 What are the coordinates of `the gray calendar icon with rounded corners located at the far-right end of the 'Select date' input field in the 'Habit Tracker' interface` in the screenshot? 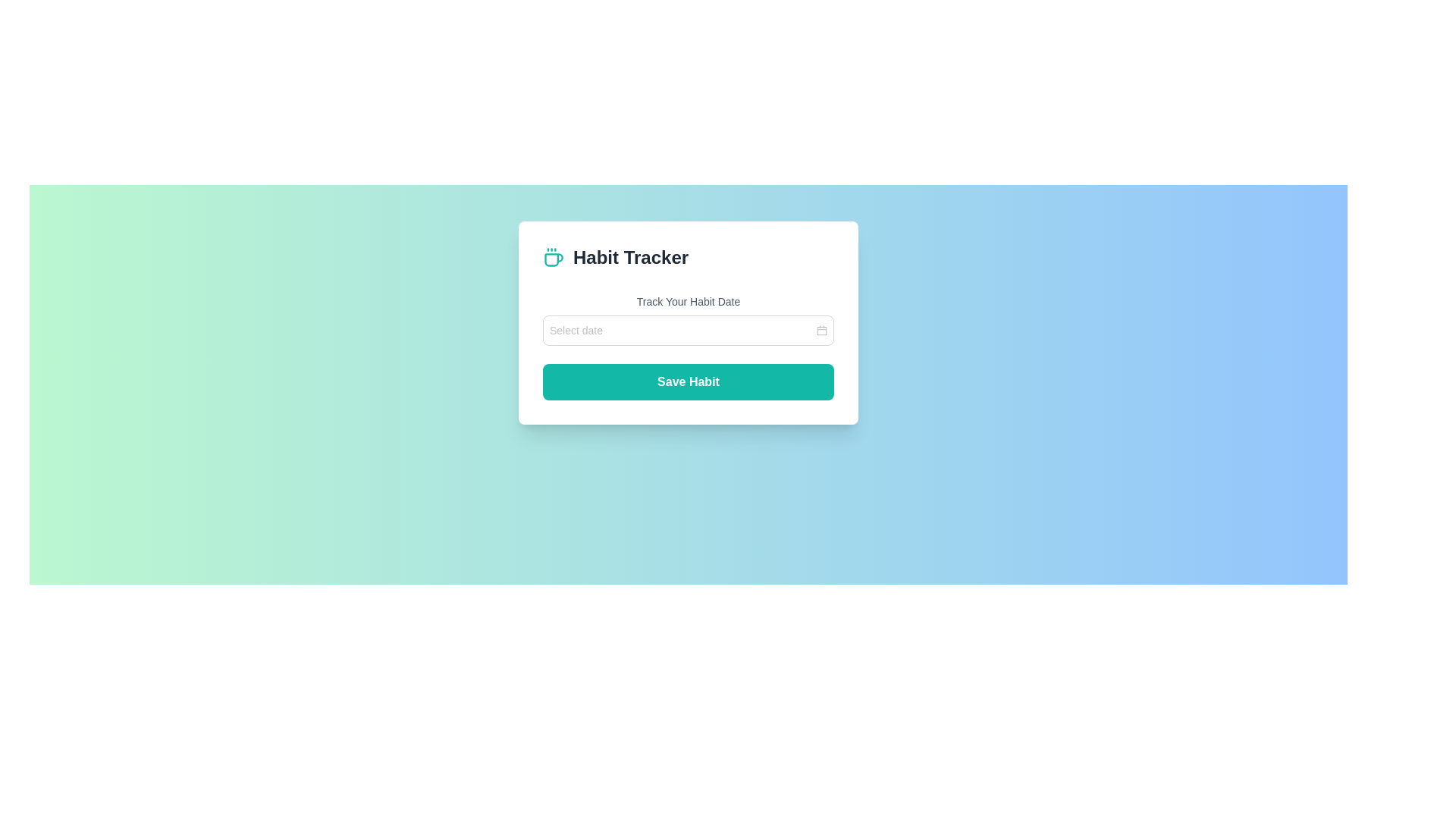 It's located at (821, 329).